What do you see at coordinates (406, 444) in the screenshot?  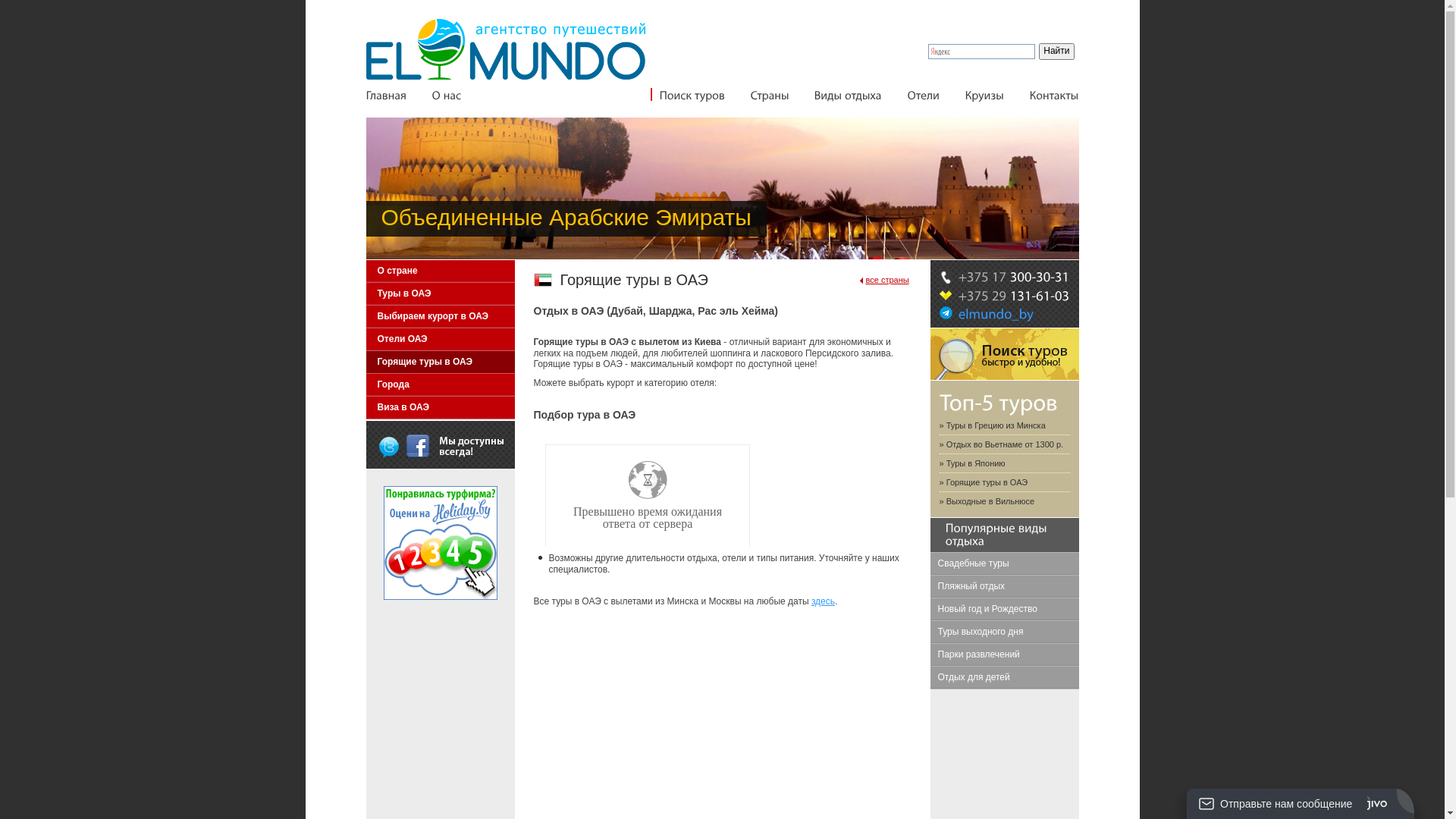 I see `' '` at bounding box center [406, 444].